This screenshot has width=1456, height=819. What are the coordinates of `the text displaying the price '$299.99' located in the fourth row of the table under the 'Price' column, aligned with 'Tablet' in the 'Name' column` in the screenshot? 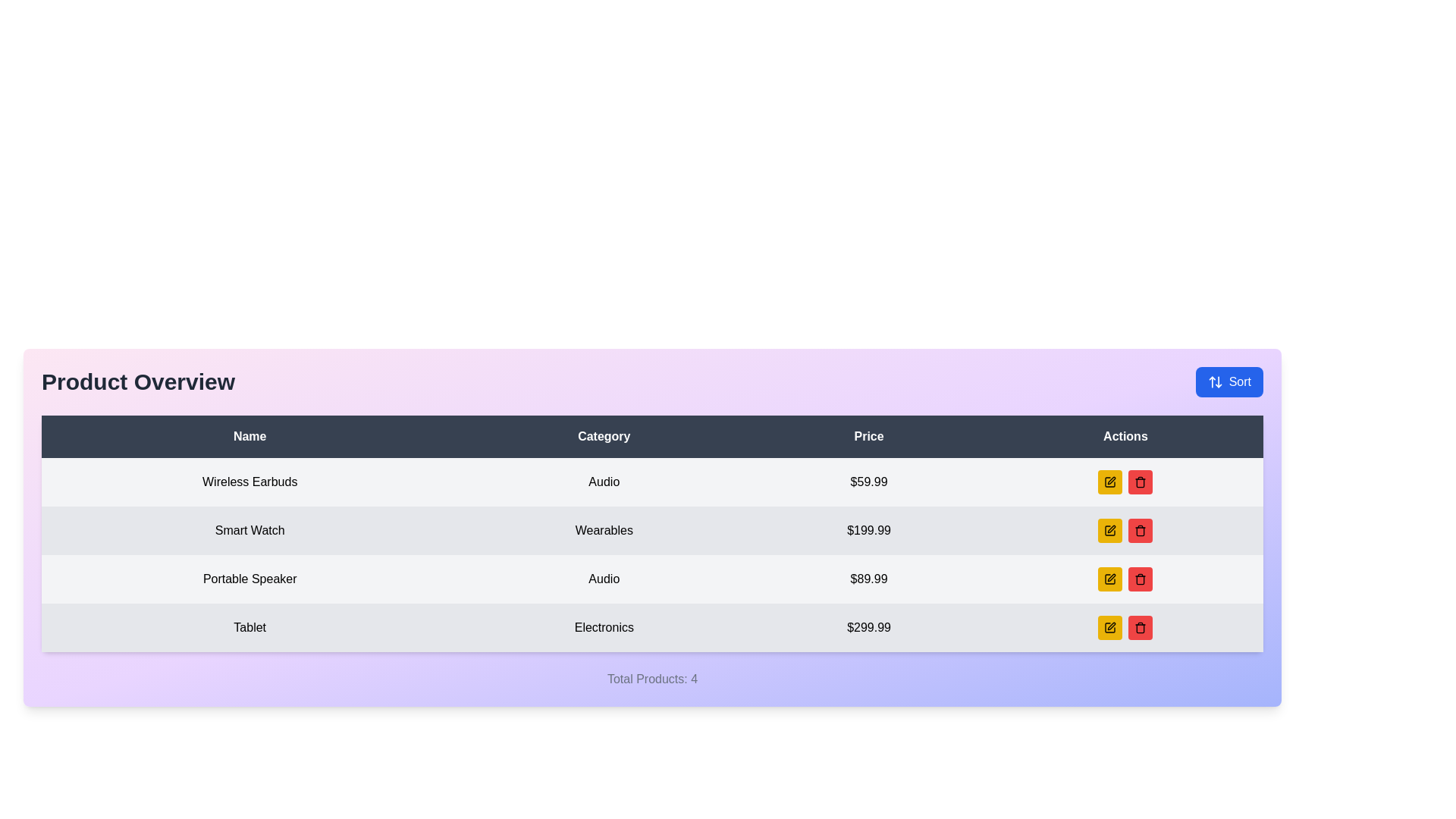 It's located at (869, 628).